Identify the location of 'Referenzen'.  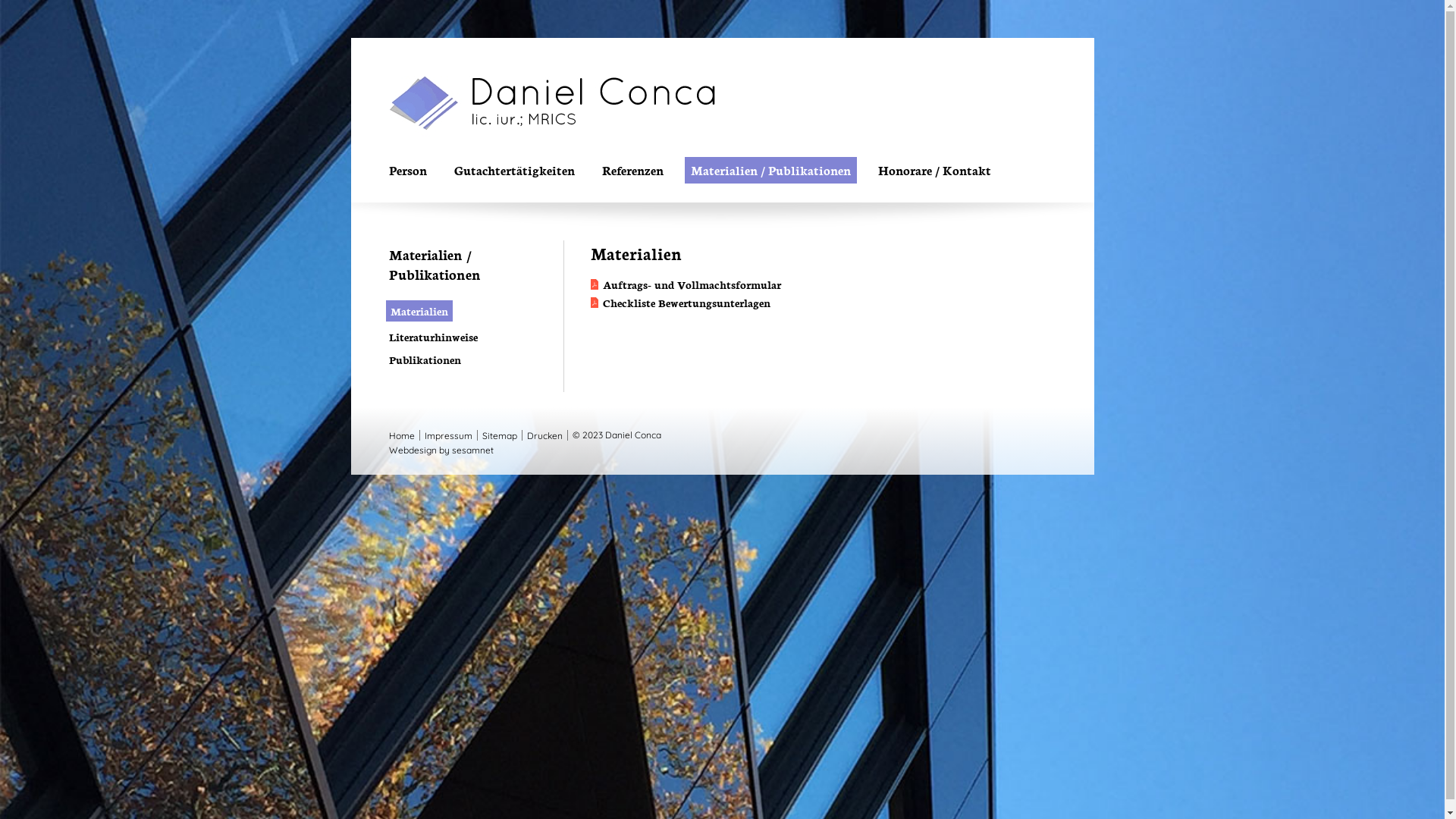
(632, 170).